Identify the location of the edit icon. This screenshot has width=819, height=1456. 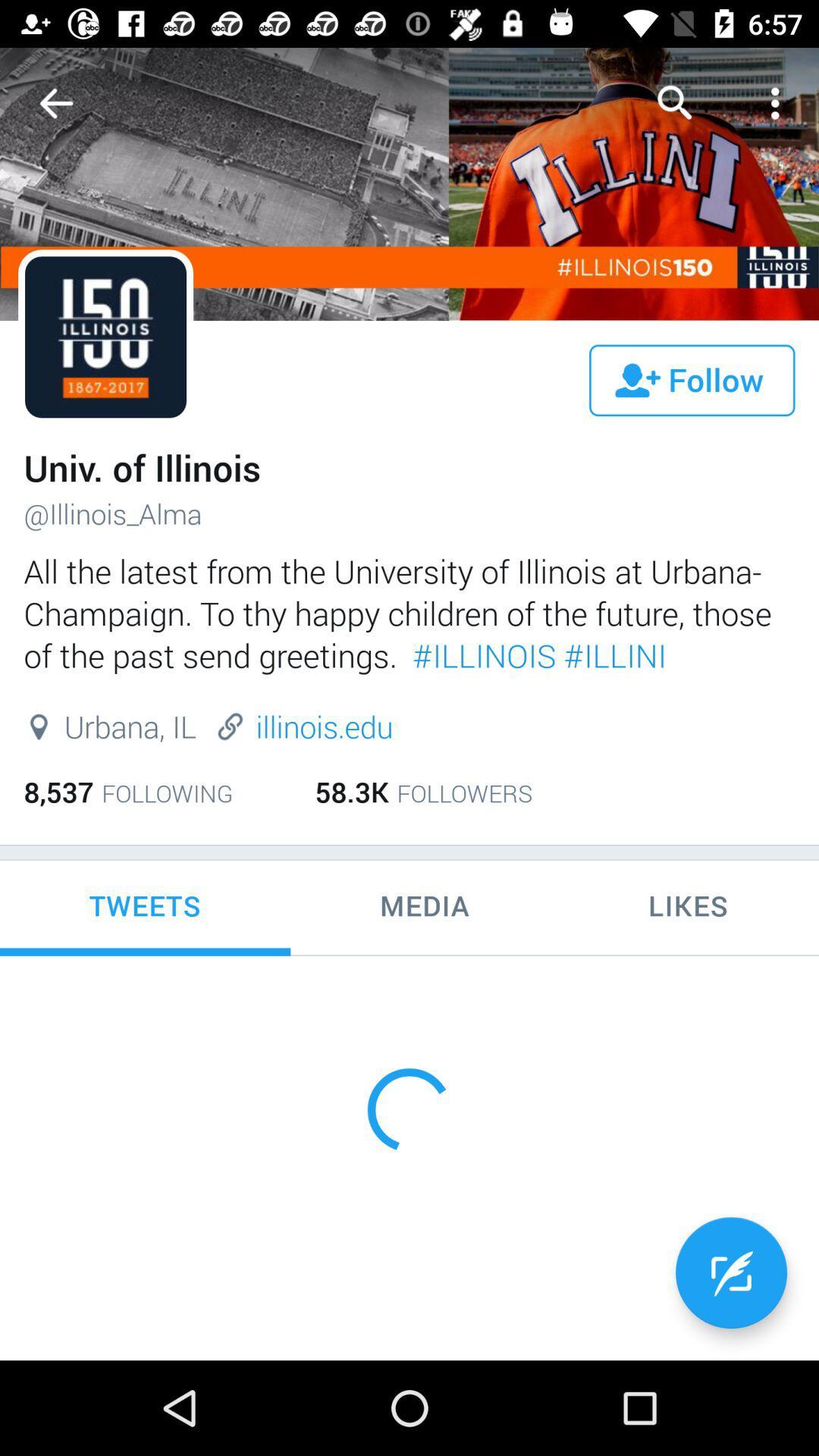
(730, 1272).